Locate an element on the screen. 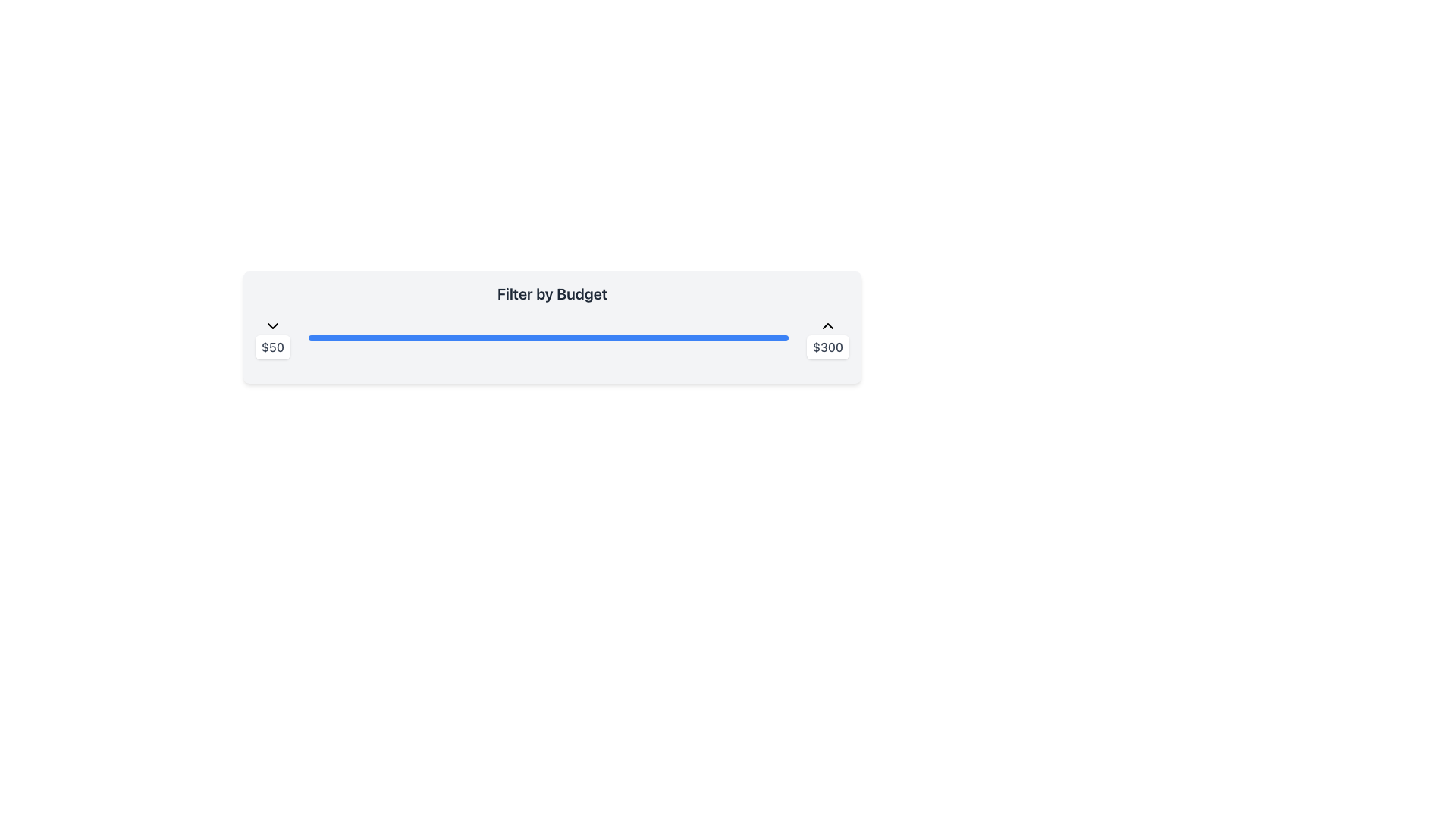 Image resolution: width=1456 pixels, height=819 pixels. the budget filter is located at coordinates (529, 337).